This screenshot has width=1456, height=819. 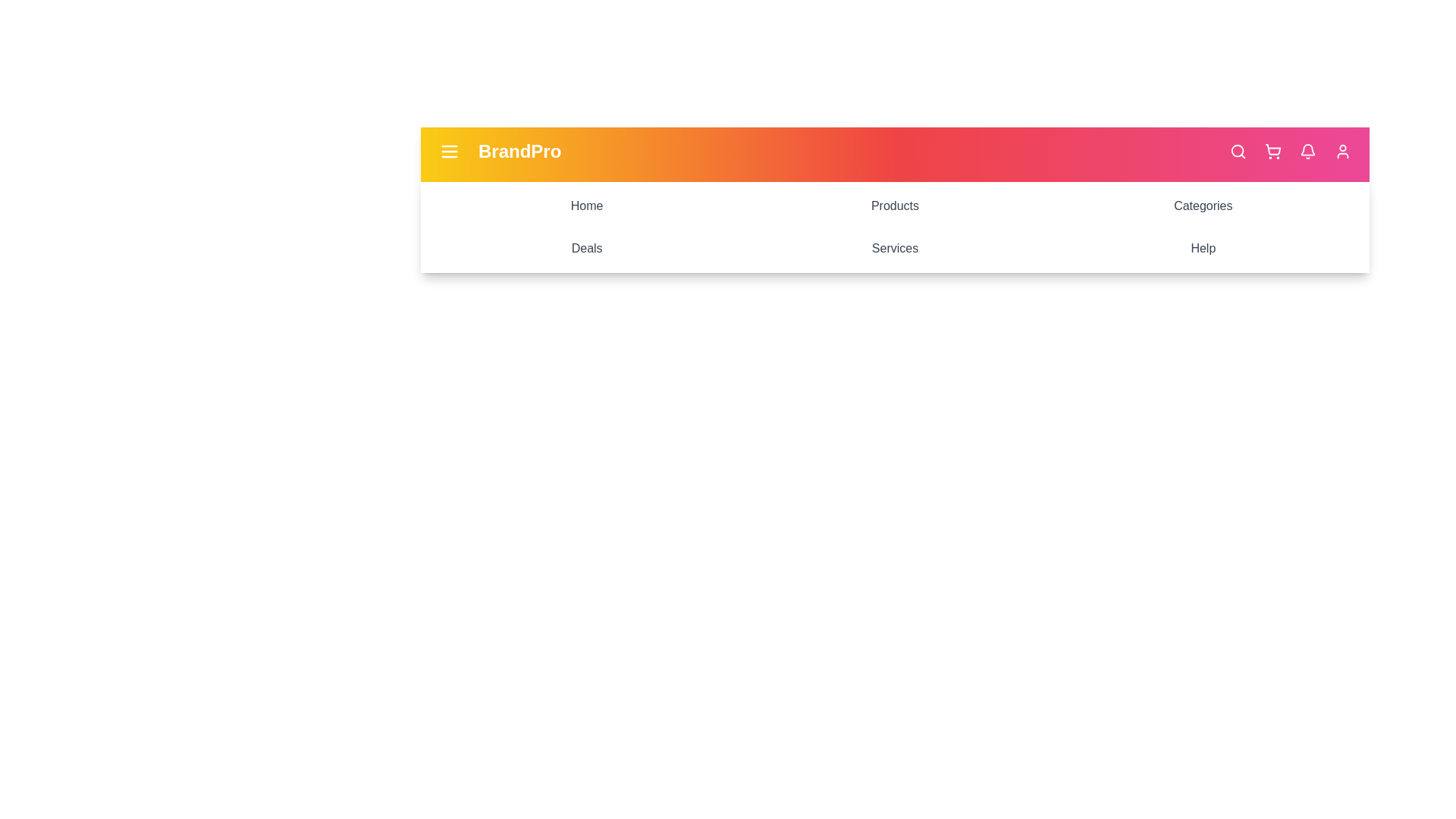 What do you see at coordinates (1201, 206) in the screenshot?
I see `the menu item labeled Categories to navigate to its section` at bounding box center [1201, 206].